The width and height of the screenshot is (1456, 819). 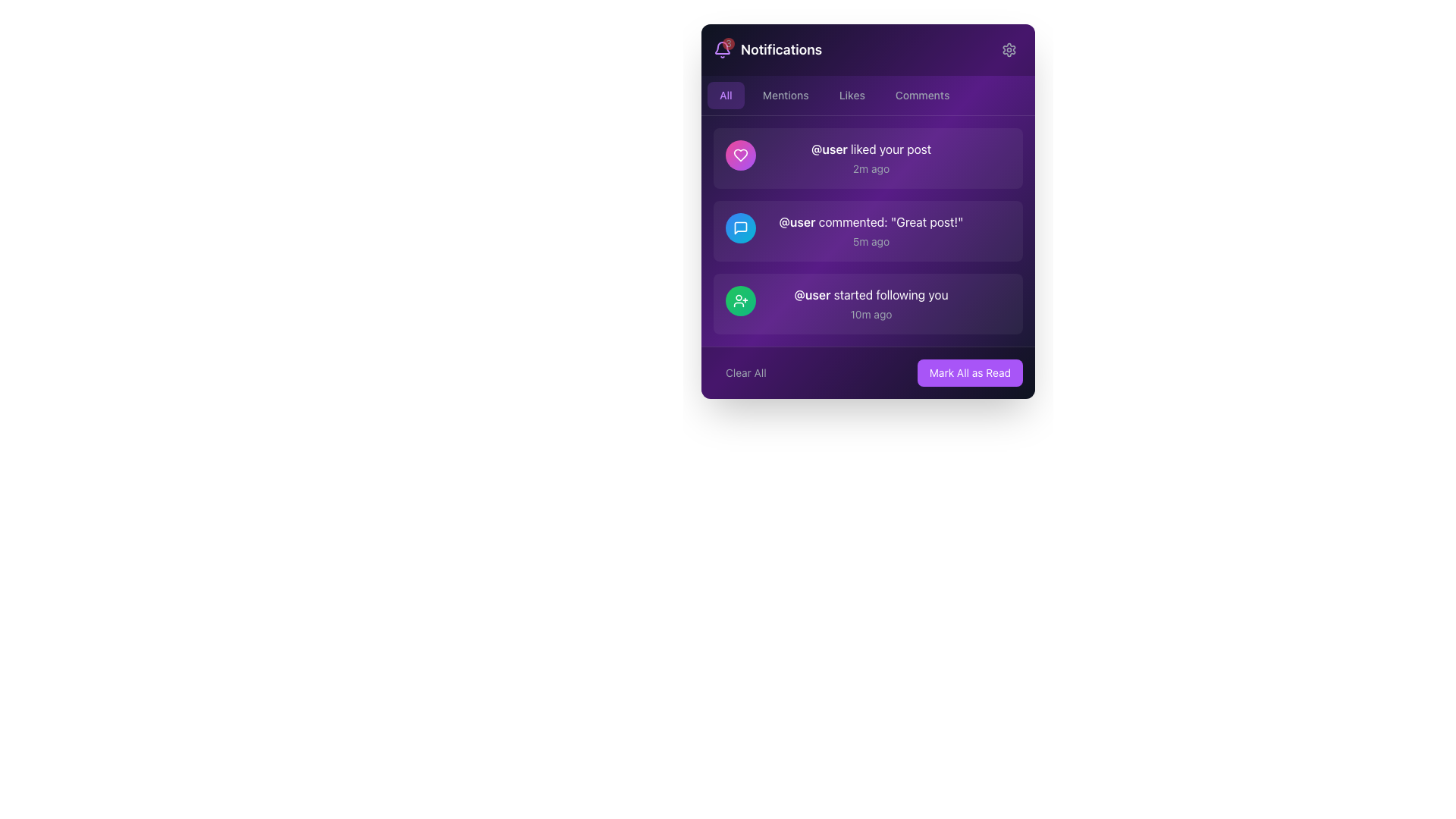 What do you see at coordinates (1009, 49) in the screenshot?
I see `the circular cogwheel icon button located at the top-right corner of the notification panel` at bounding box center [1009, 49].